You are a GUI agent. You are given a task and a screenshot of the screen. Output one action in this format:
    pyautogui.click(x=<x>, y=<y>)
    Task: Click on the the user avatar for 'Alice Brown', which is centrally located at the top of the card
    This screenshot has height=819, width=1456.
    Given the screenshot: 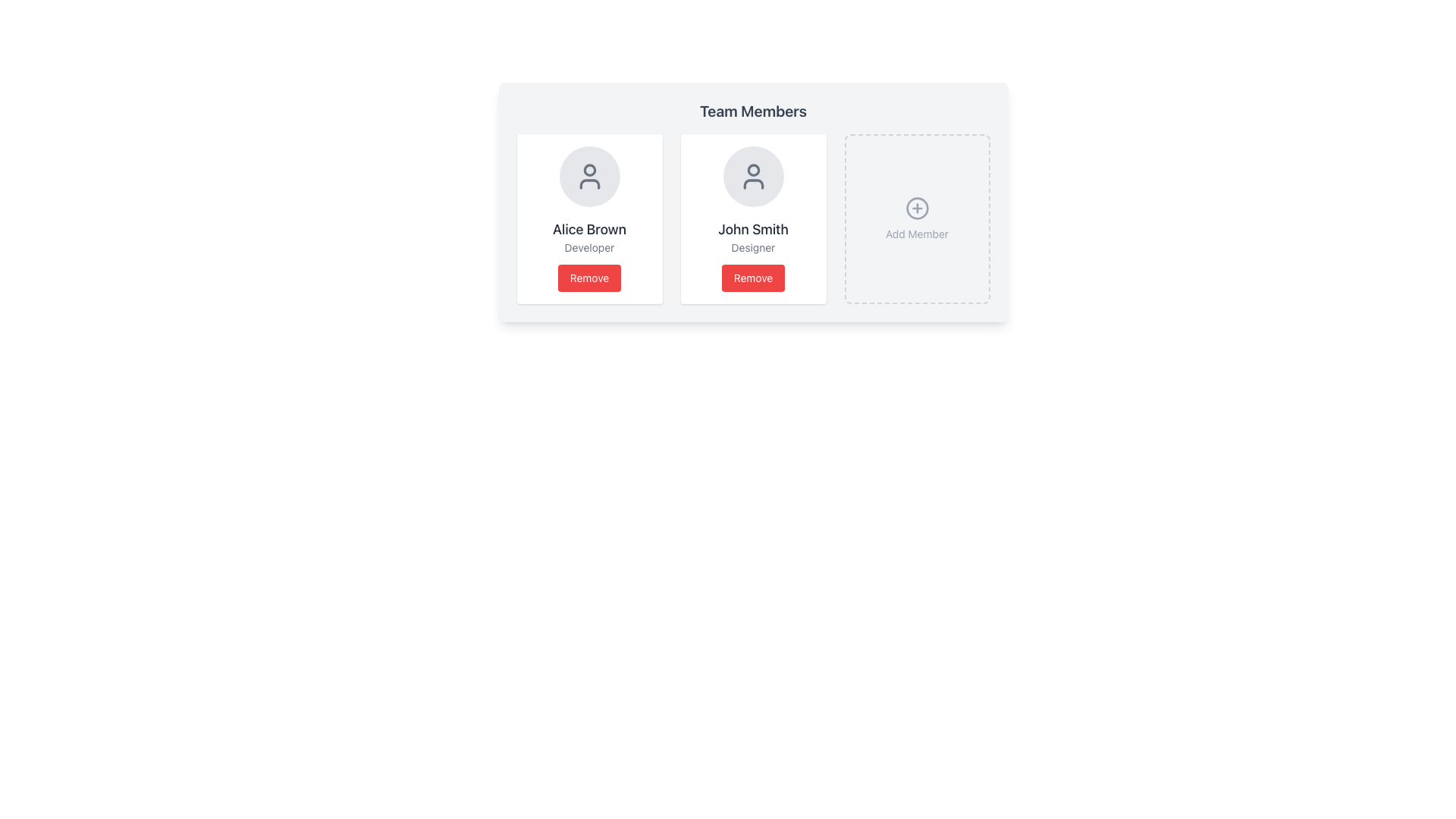 What is the action you would take?
    pyautogui.click(x=588, y=175)
    